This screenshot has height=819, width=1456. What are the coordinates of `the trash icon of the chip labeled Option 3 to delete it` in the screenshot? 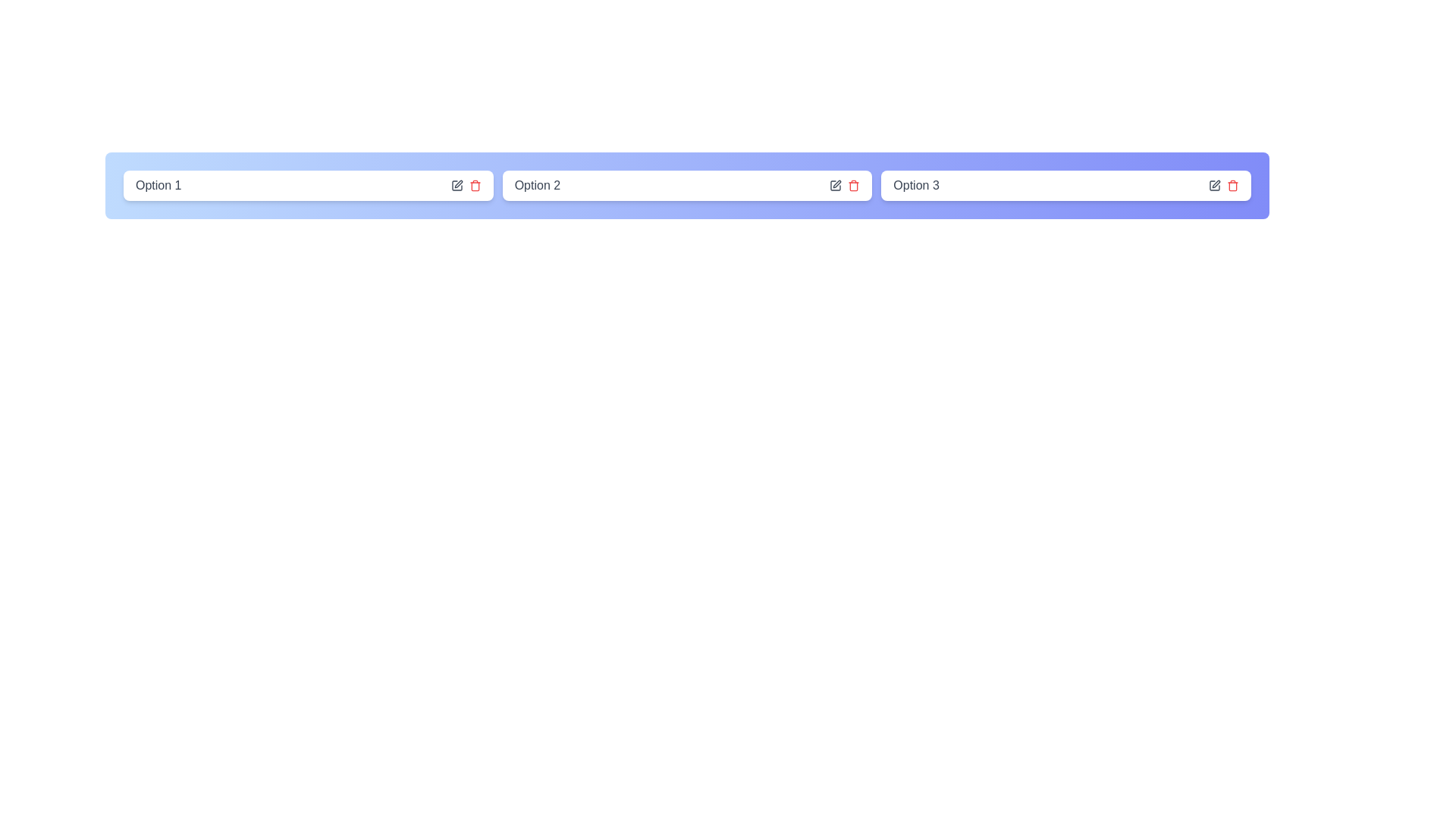 It's located at (1233, 185).